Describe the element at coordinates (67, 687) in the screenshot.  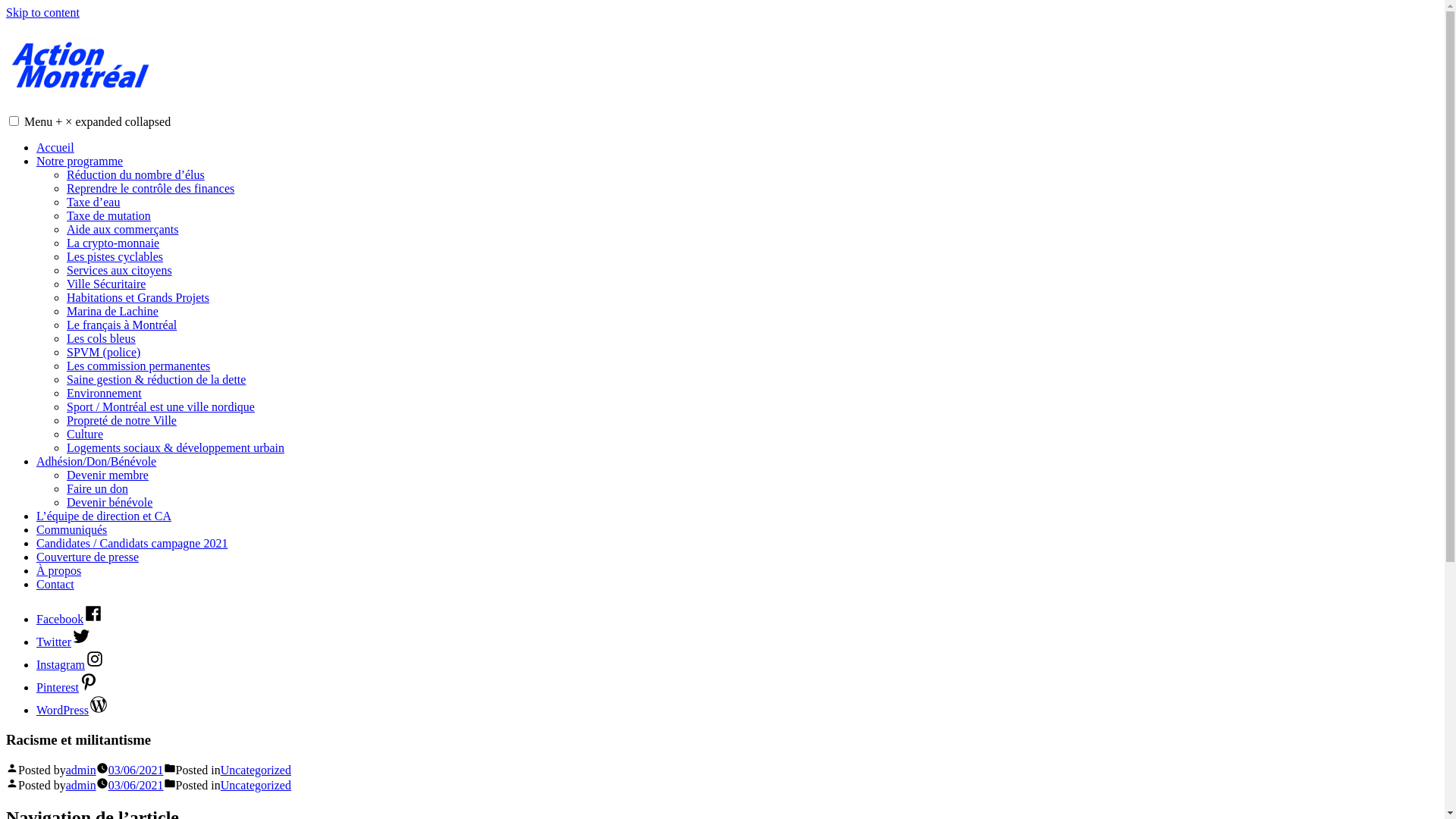
I see `'Pinterest'` at that location.